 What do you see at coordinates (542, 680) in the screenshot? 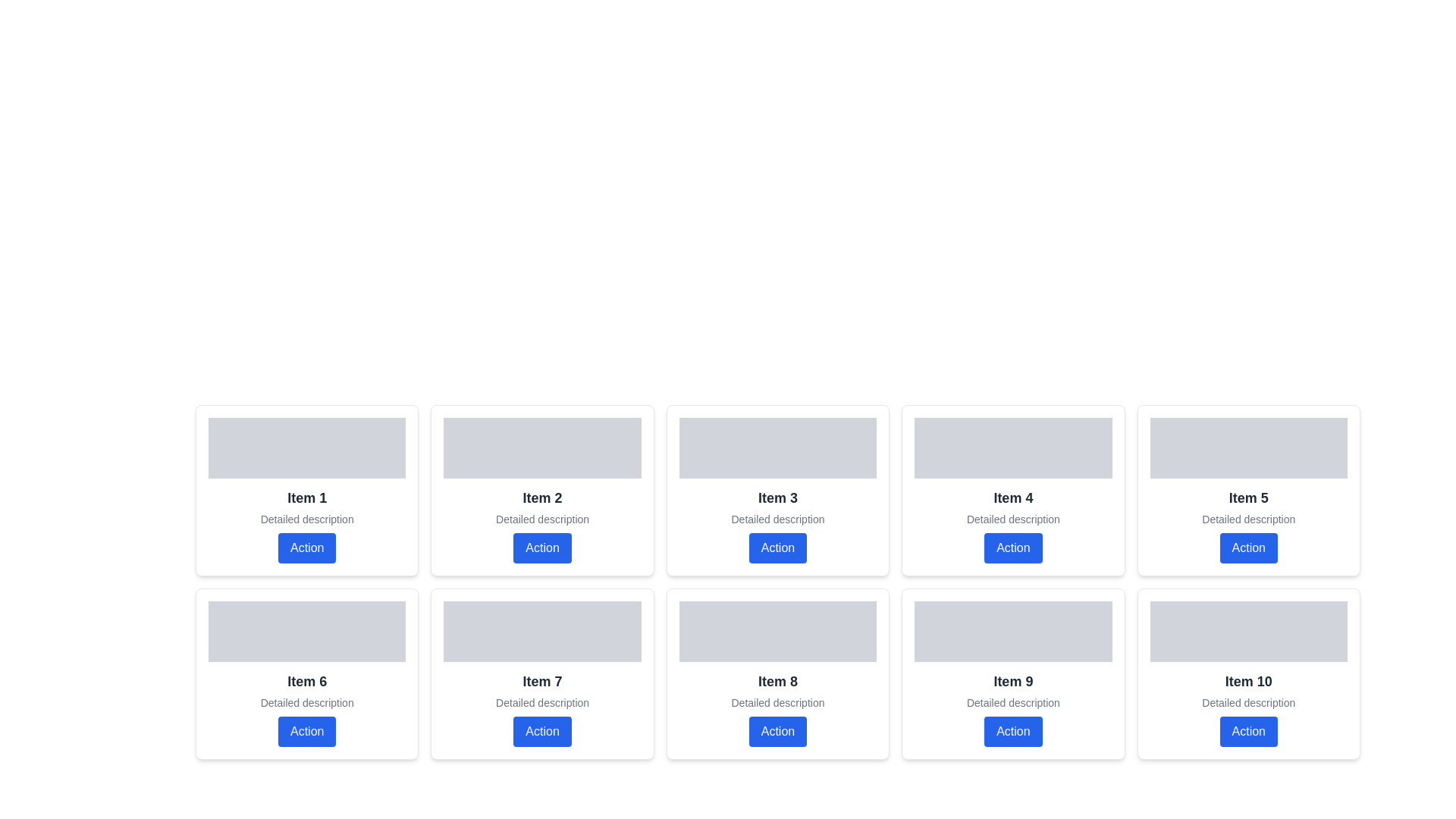
I see `the text label identifying it as 'Item 7', located in the second row and third column of the grid layout` at bounding box center [542, 680].